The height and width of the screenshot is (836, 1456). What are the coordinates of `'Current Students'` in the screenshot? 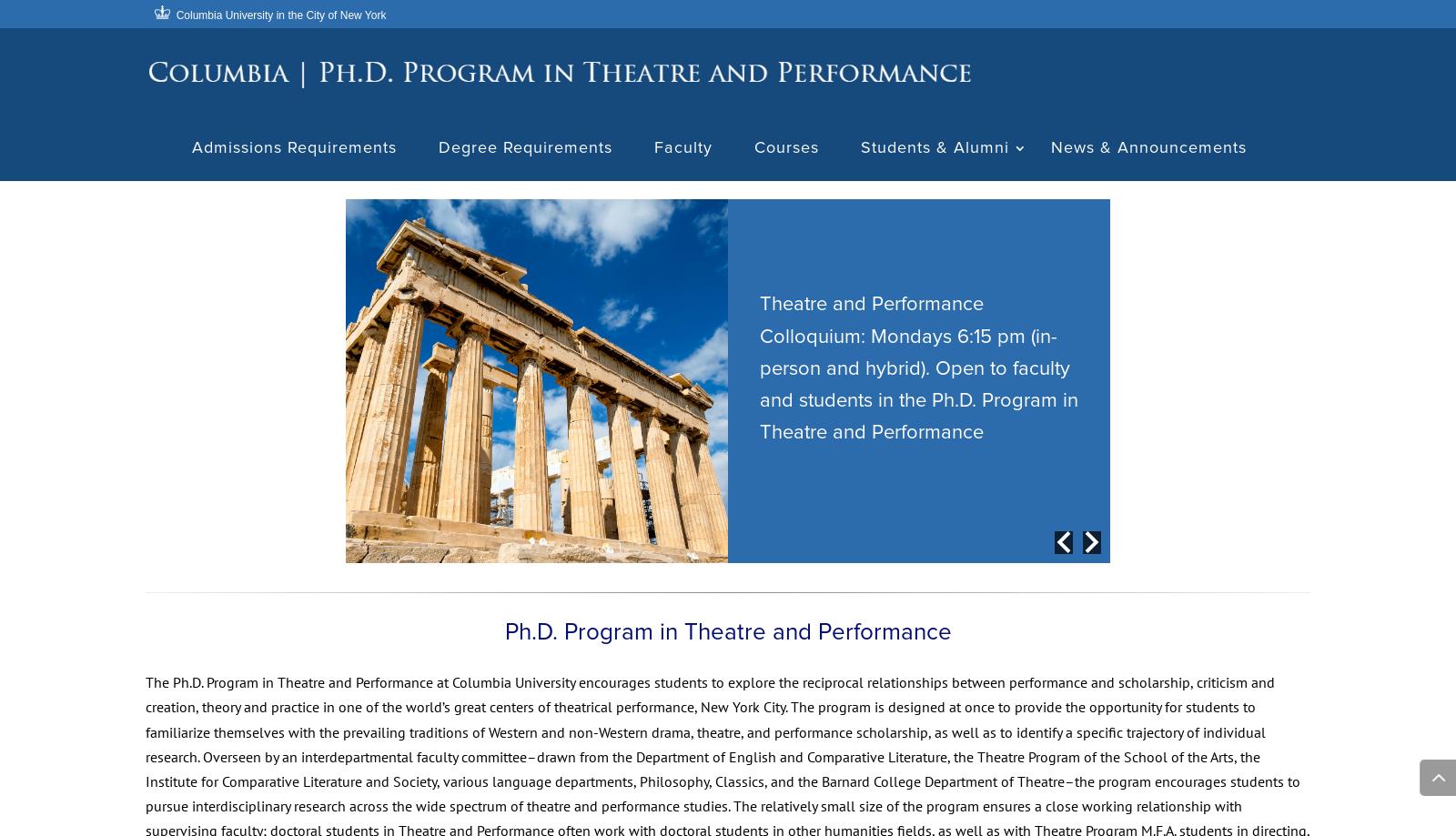 It's located at (975, 225).